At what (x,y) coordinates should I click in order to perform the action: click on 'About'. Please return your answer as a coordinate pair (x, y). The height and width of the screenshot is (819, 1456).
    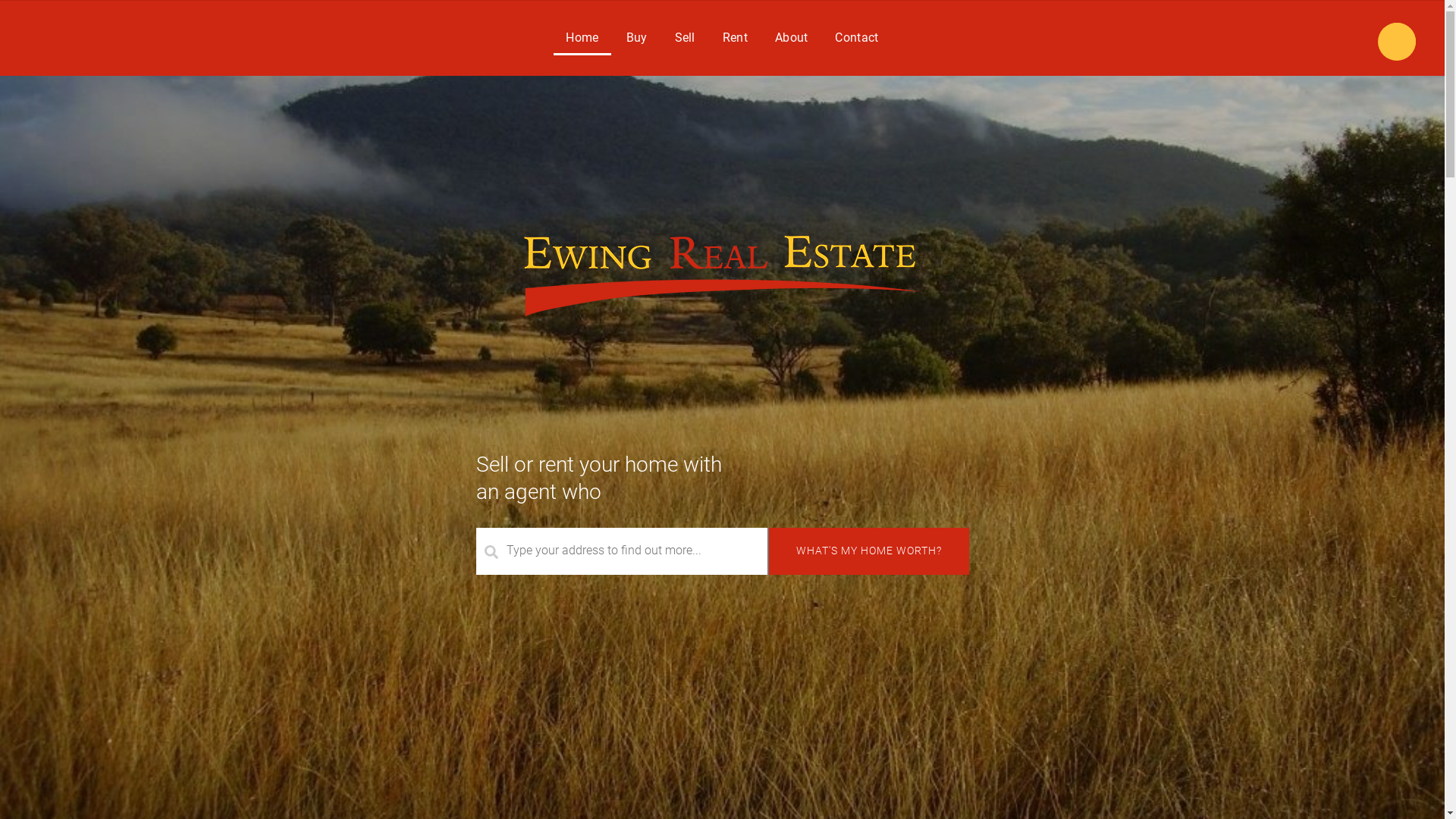
    Looking at the image, I should click on (775, 37).